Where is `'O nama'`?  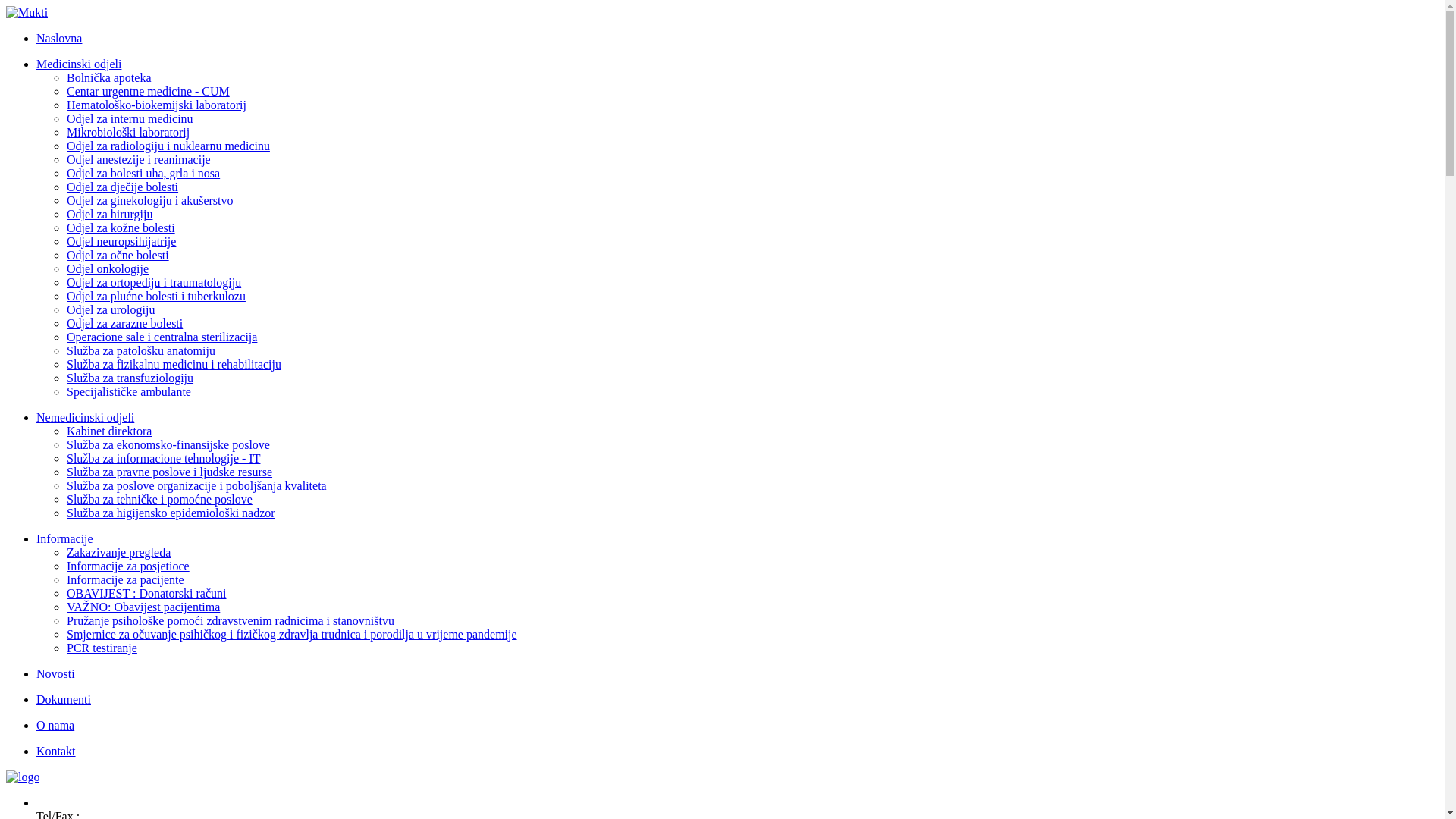 'O nama' is located at coordinates (55, 724).